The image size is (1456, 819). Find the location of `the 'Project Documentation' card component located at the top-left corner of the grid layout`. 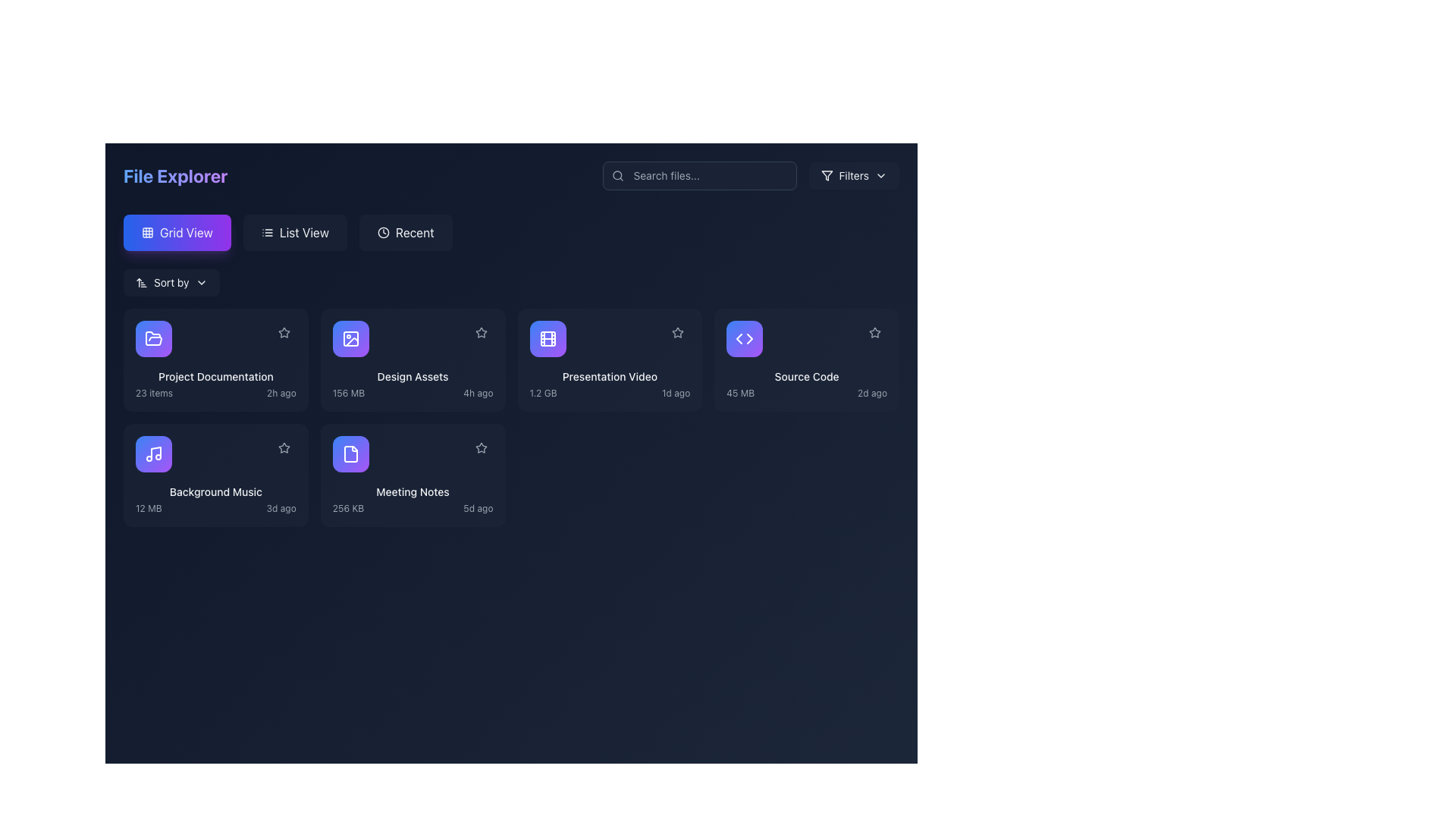

the 'Project Documentation' card component located at the top-left corner of the grid layout is located at coordinates (215, 359).